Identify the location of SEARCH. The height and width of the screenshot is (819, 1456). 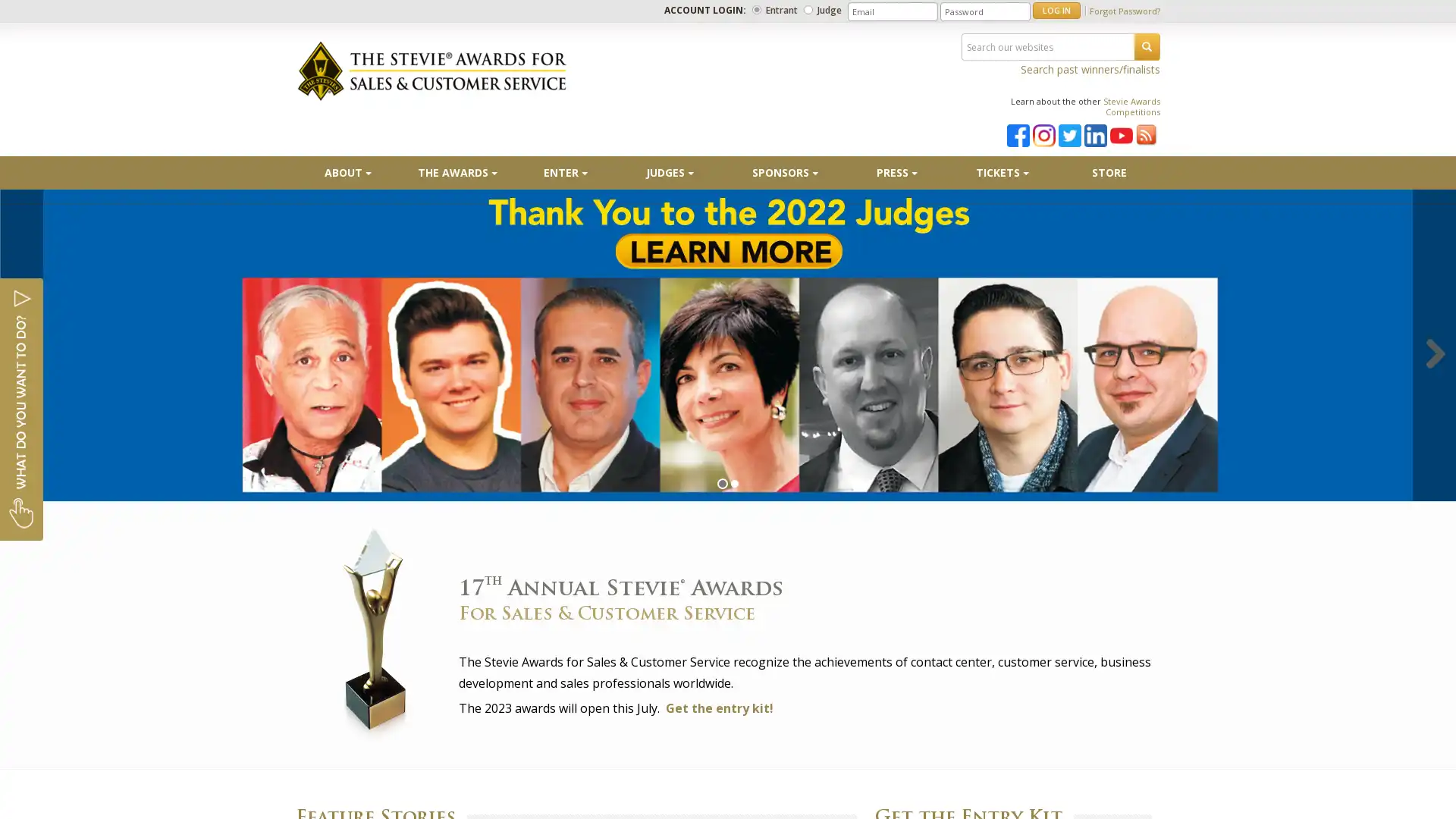
(1147, 45).